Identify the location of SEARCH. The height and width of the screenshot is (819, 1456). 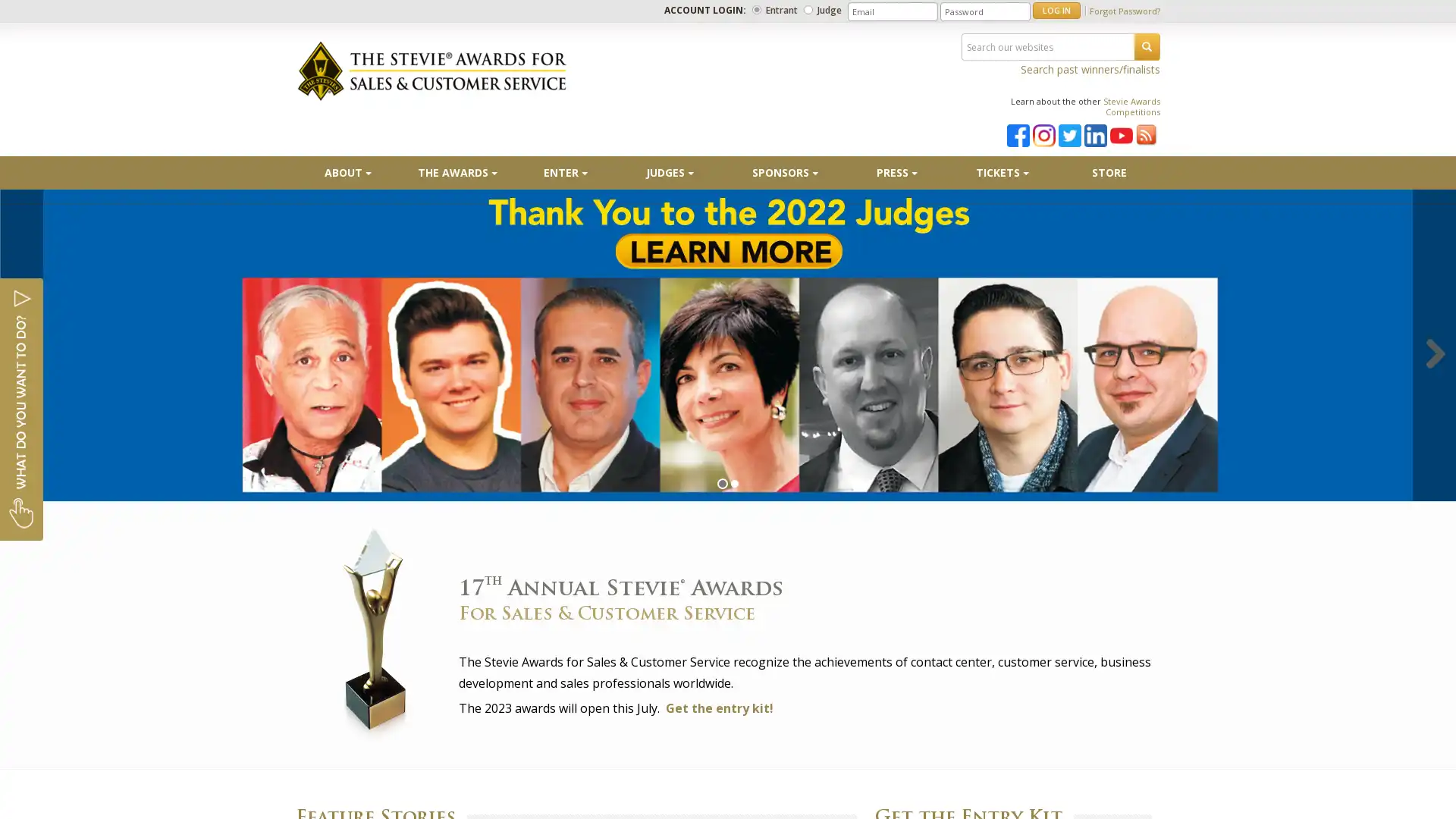
(1147, 45).